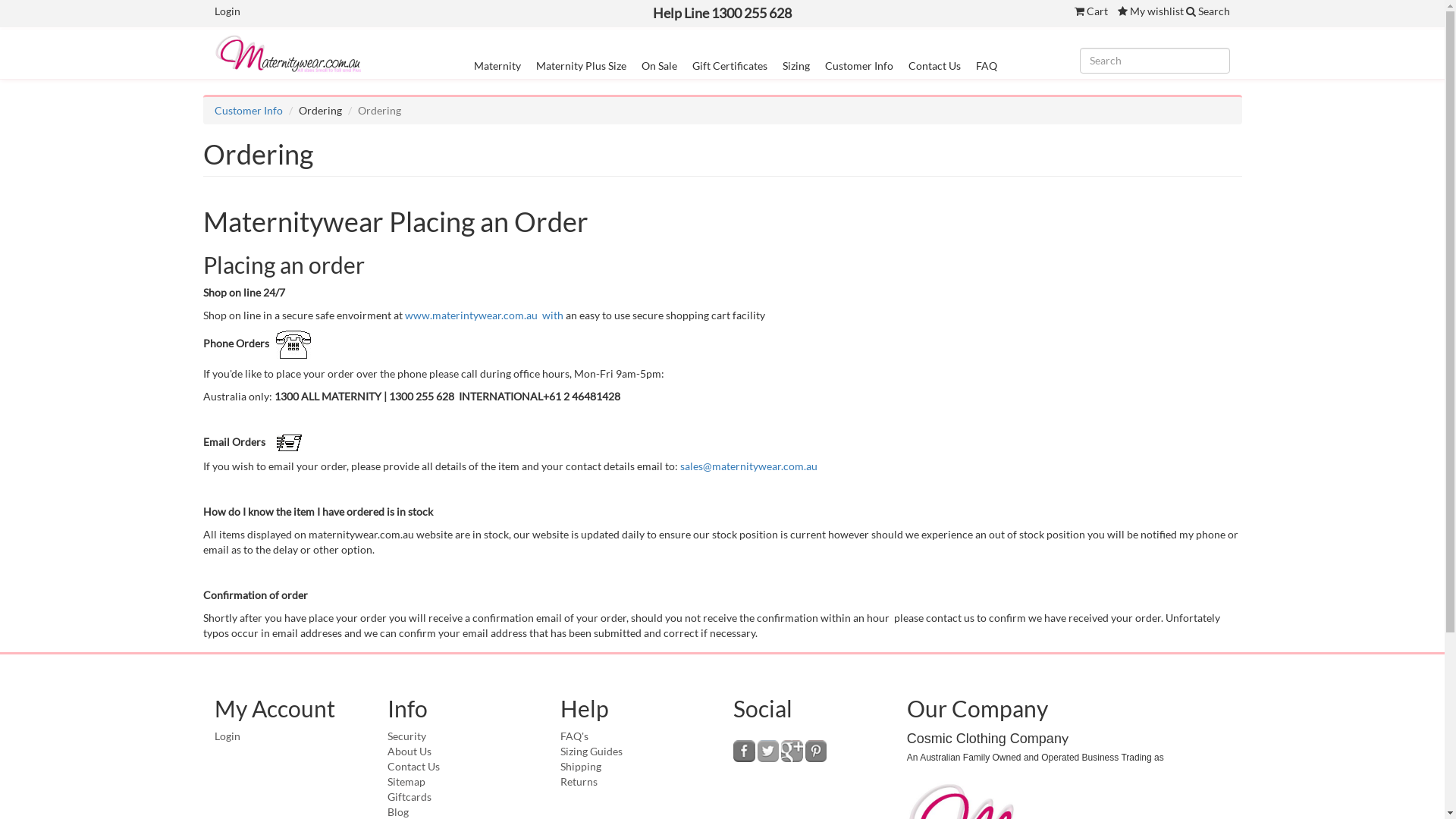 The height and width of the screenshot is (819, 1456). What do you see at coordinates (497, 64) in the screenshot?
I see `'Maternity'` at bounding box center [497, 64].